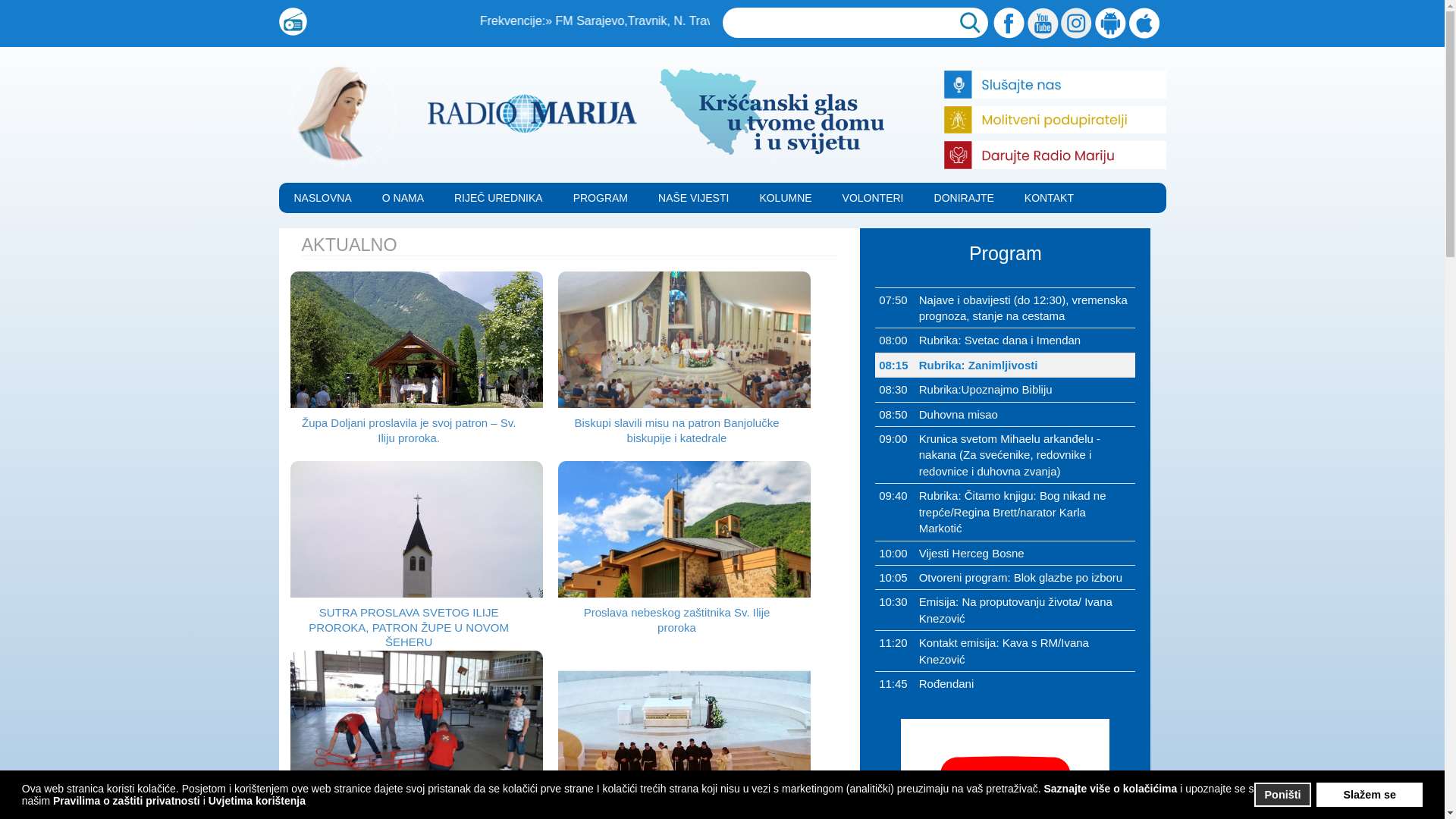 This screenshot has width=1456, height=819. What do you see at coordinates (600, 197) in the screenshot?
I see `'PROGRAM'` at bounding box center [600, 197].